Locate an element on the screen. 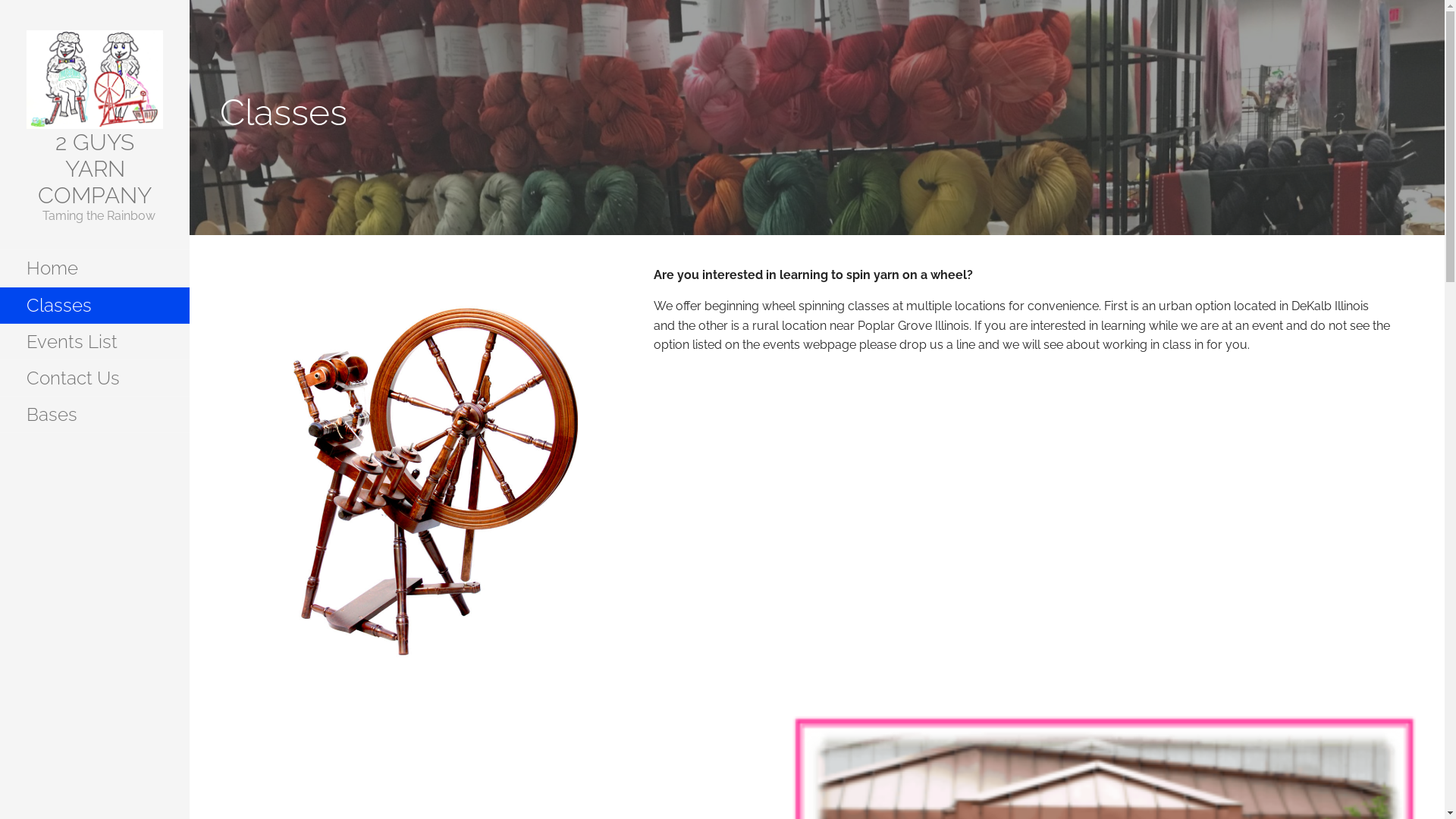  'Events List' is located at coordinates (93, 342).